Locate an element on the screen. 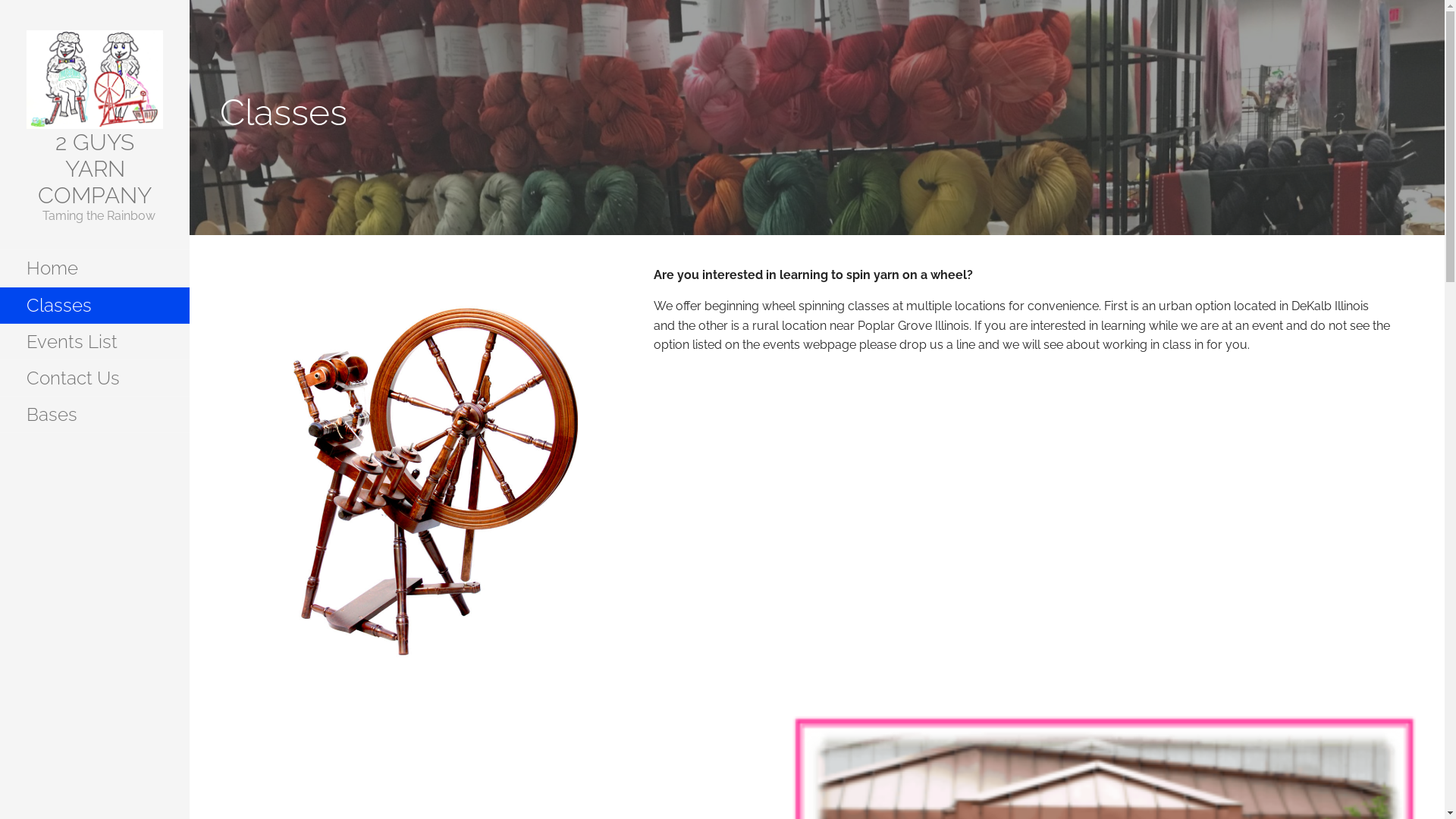  'Events List' is located at coordinates (93, 342).